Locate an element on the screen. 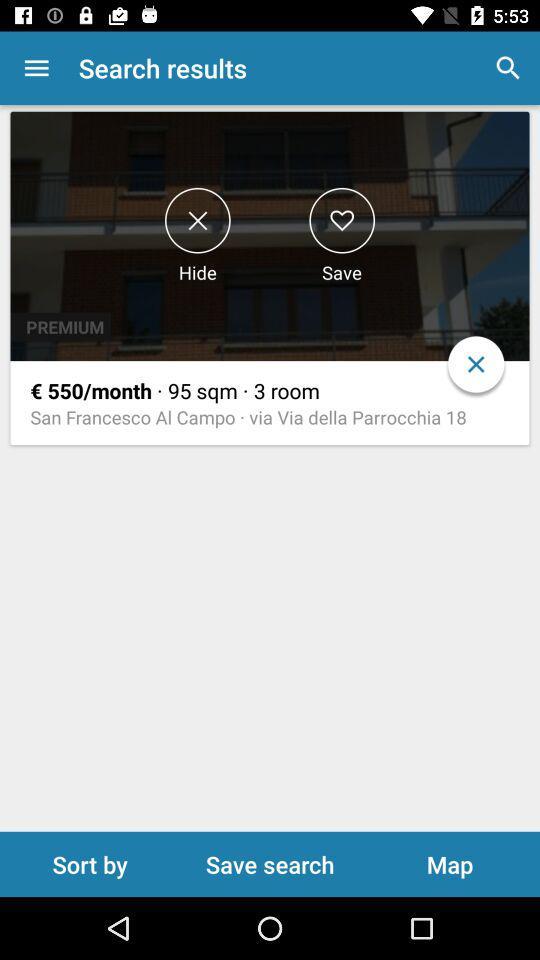 This screenshot has width=540, height=960. option is located at coordinates (341, 220).